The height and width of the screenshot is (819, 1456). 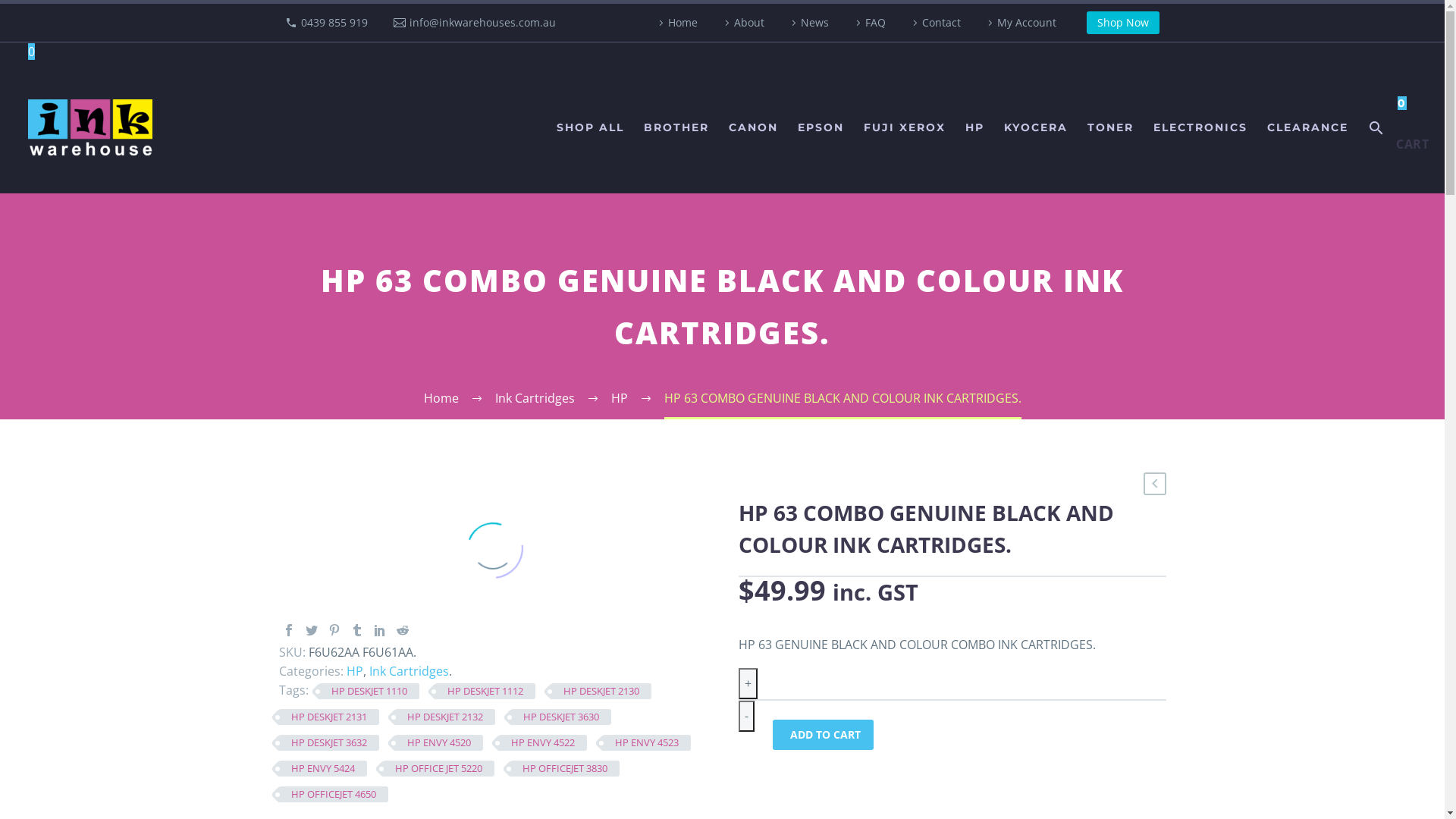 I want to click on 'Ink Cartridges', so click(x=408, y=670).